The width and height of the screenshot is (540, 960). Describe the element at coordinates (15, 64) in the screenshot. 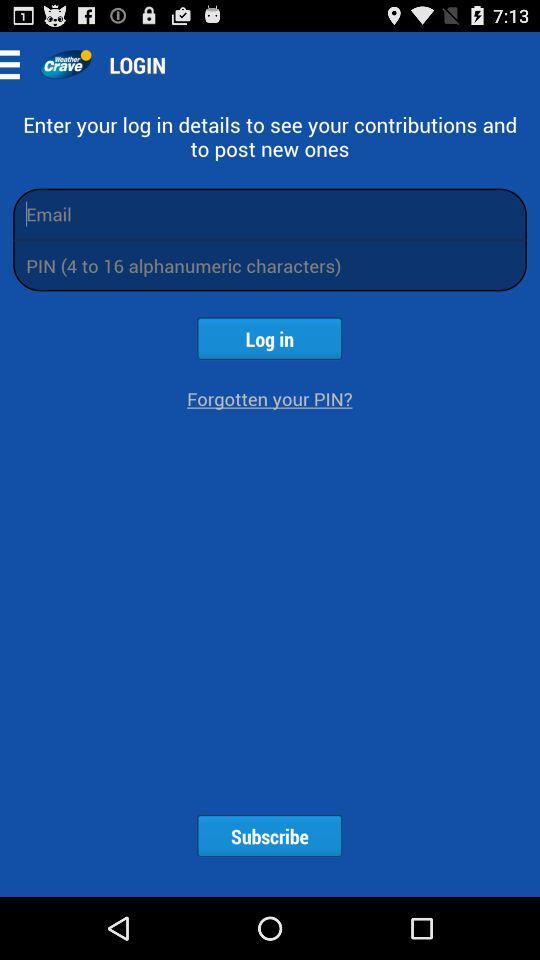

I see `item above the enter your log icon` at that location.